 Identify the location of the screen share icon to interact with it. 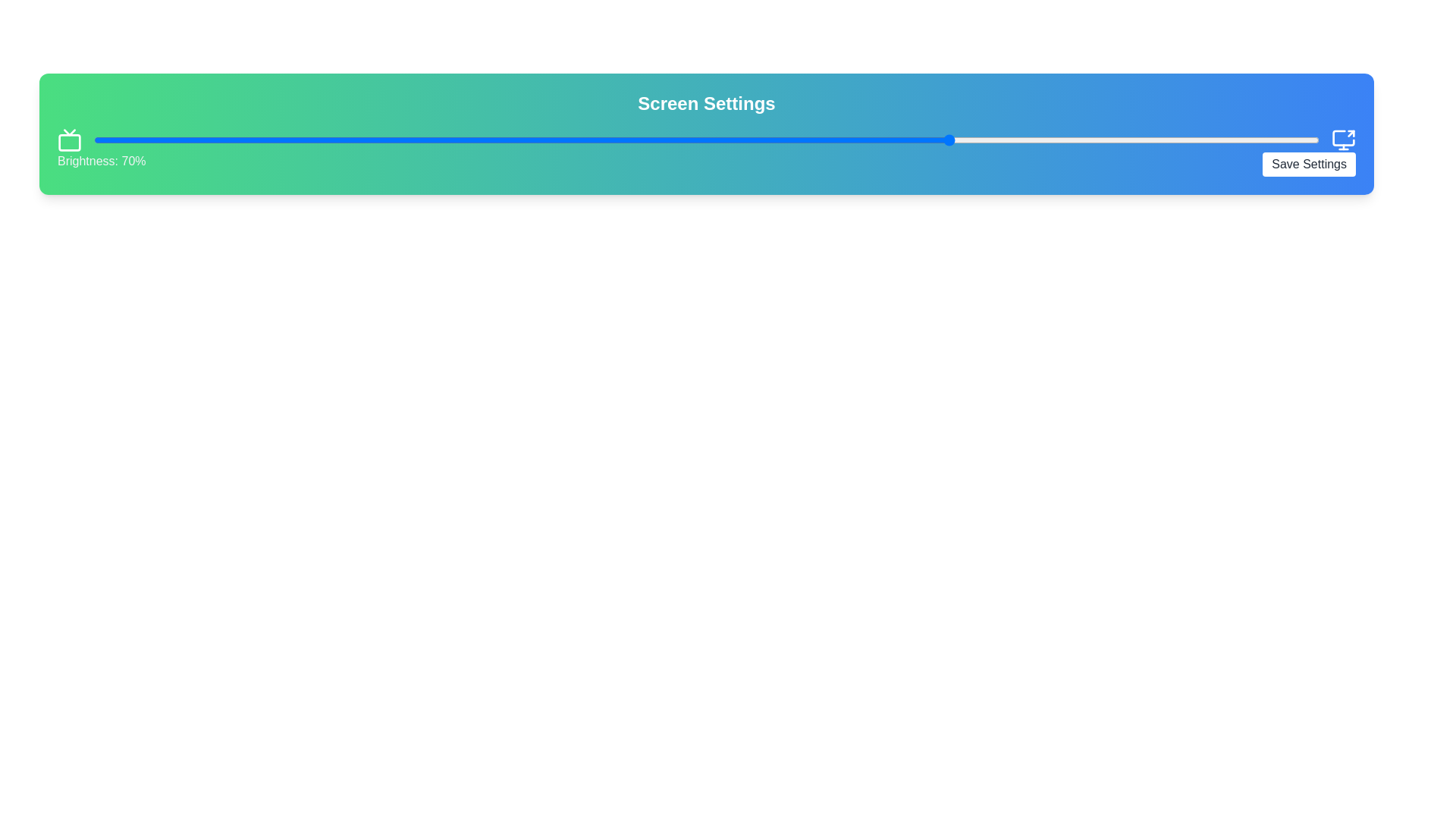
(1343, 140).